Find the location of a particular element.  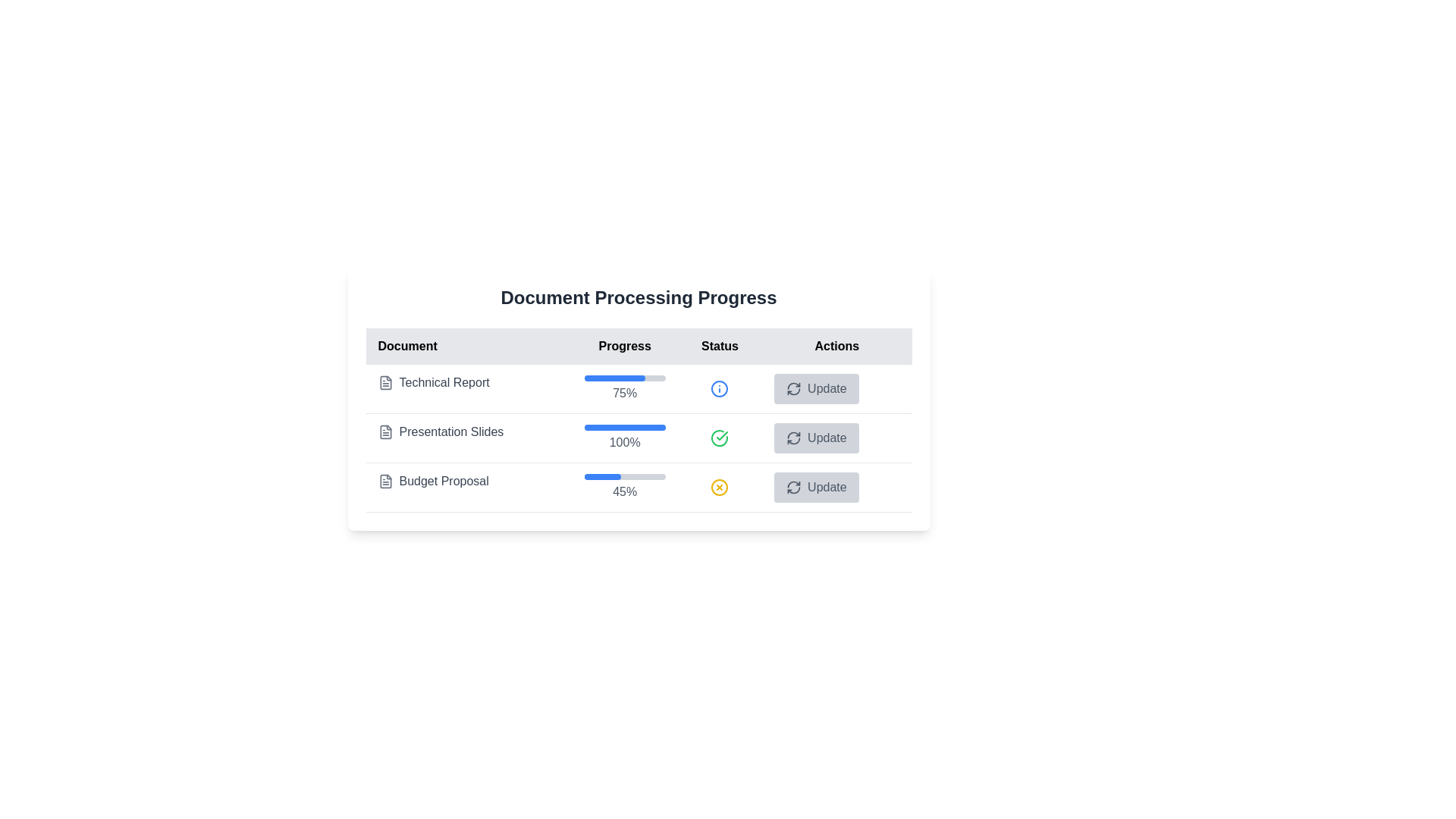

the file icon representing the 'Budget Proposal' document located on the left side of its row in the main table is located at coordinates (385, 482).